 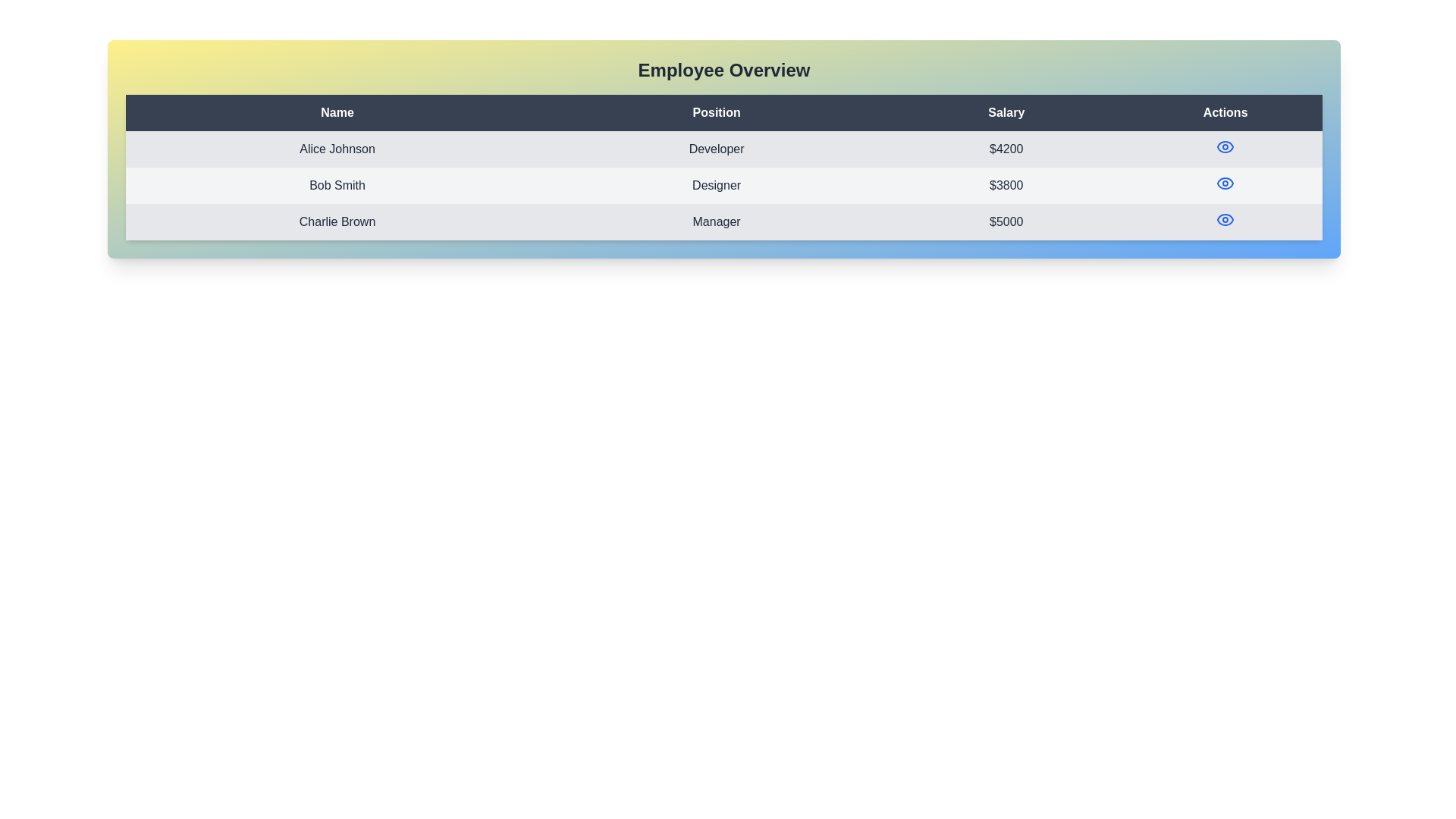 I want to click on the eye icon button in the 'Actions' column of the last row in the 'Employee Overview' table, so click(x=1225, y=219).